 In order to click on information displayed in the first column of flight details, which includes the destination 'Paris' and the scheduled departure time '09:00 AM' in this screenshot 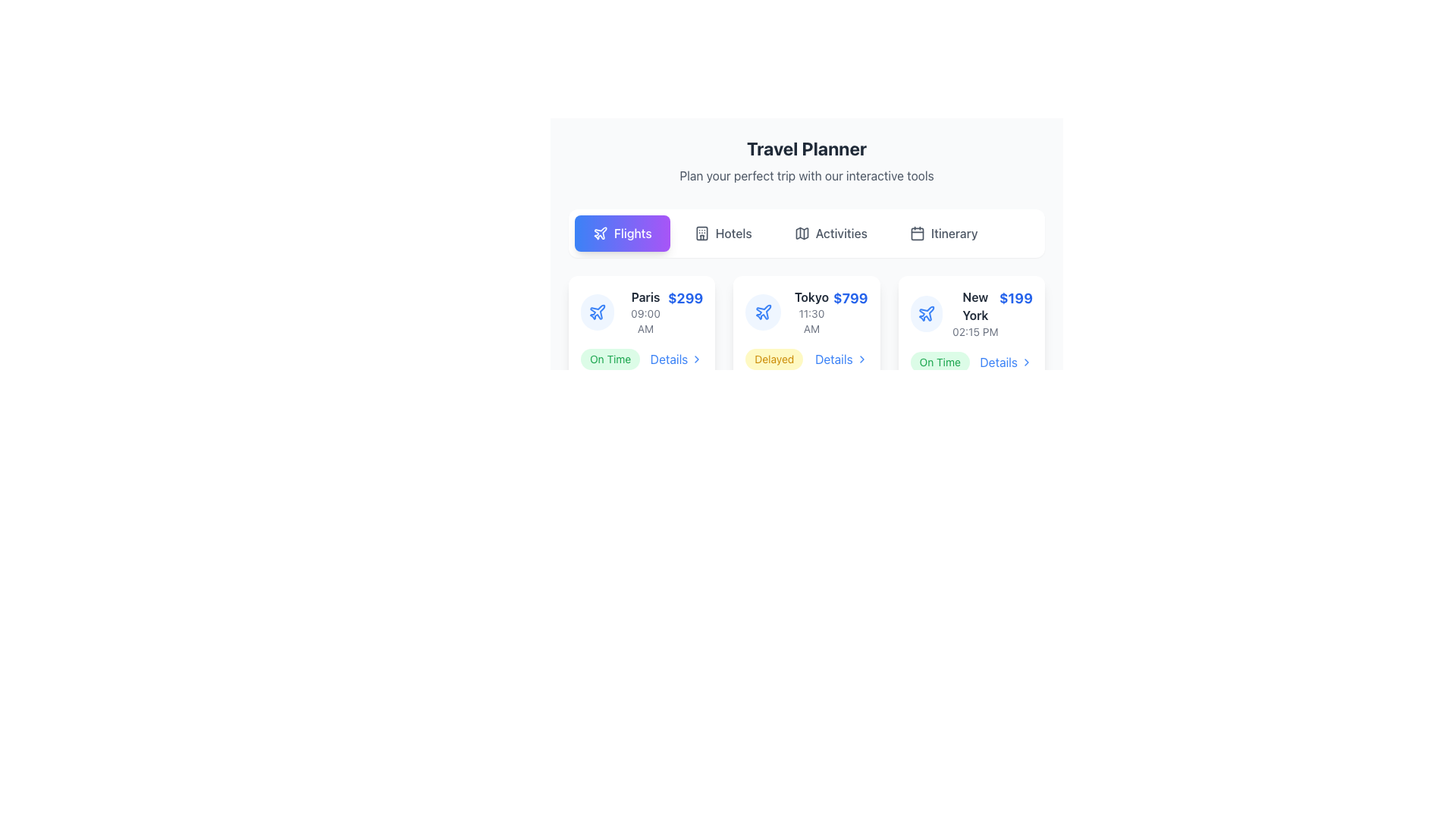, I will do `click(624, 312)`.